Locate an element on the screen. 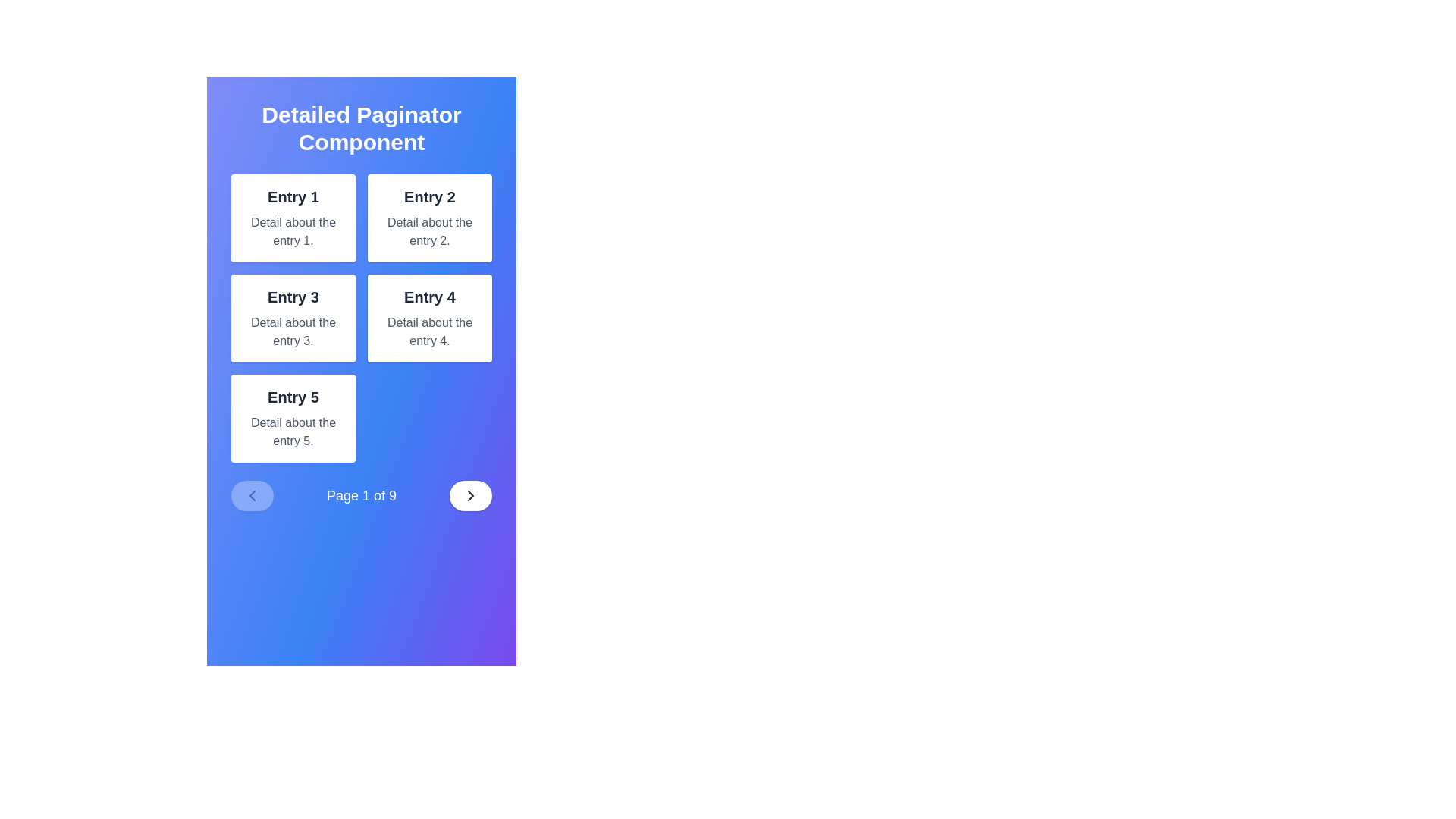  the text label reading 'Entry 5', which is a larger, bold, dark grey font positioned at the top of a card-like structure in the bottom-left quadrant of a grid is located at coordinates (293, 397).